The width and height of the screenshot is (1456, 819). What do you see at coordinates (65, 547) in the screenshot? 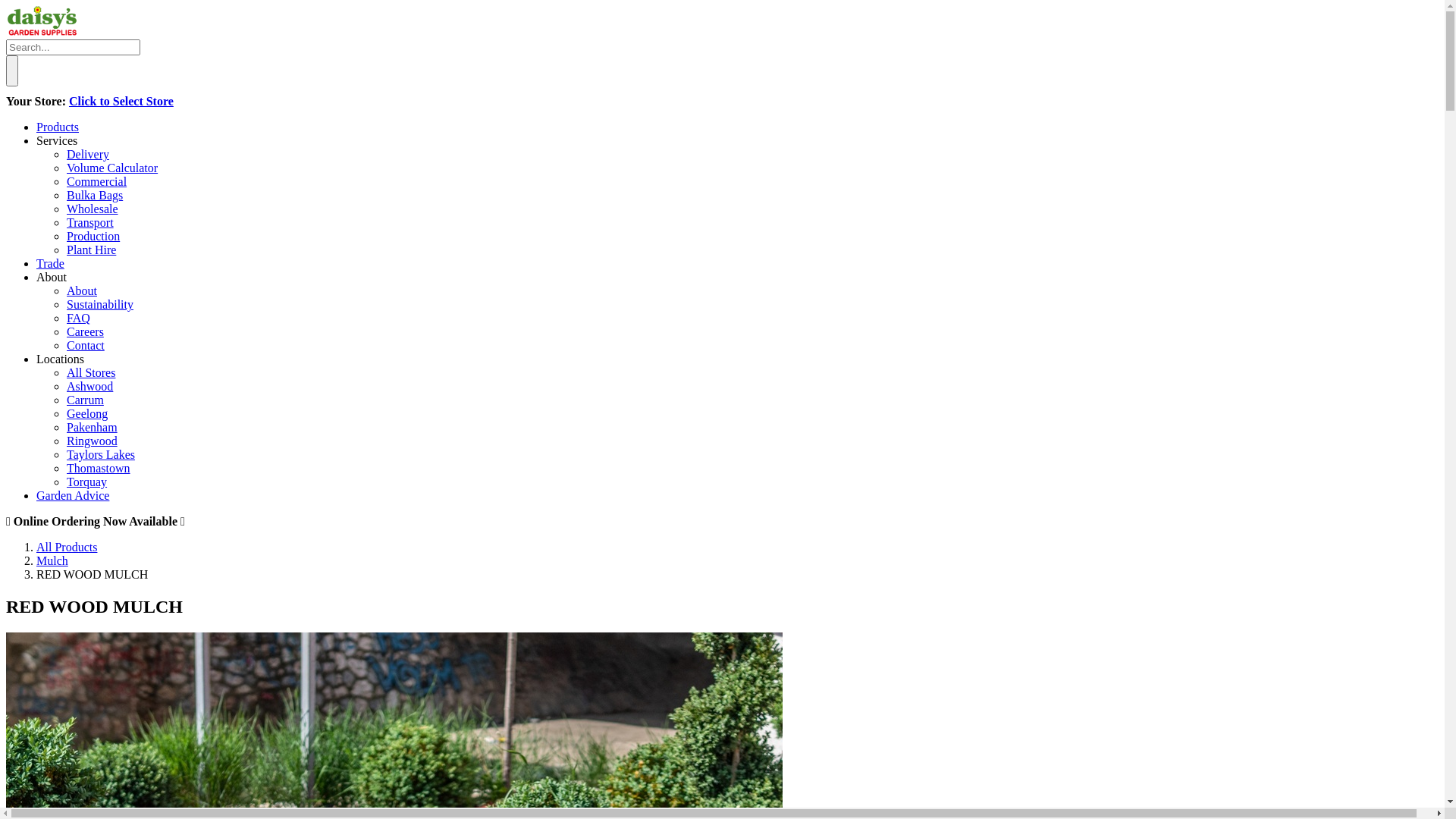
I see `'All Products'` at bounding box center [65, 547].